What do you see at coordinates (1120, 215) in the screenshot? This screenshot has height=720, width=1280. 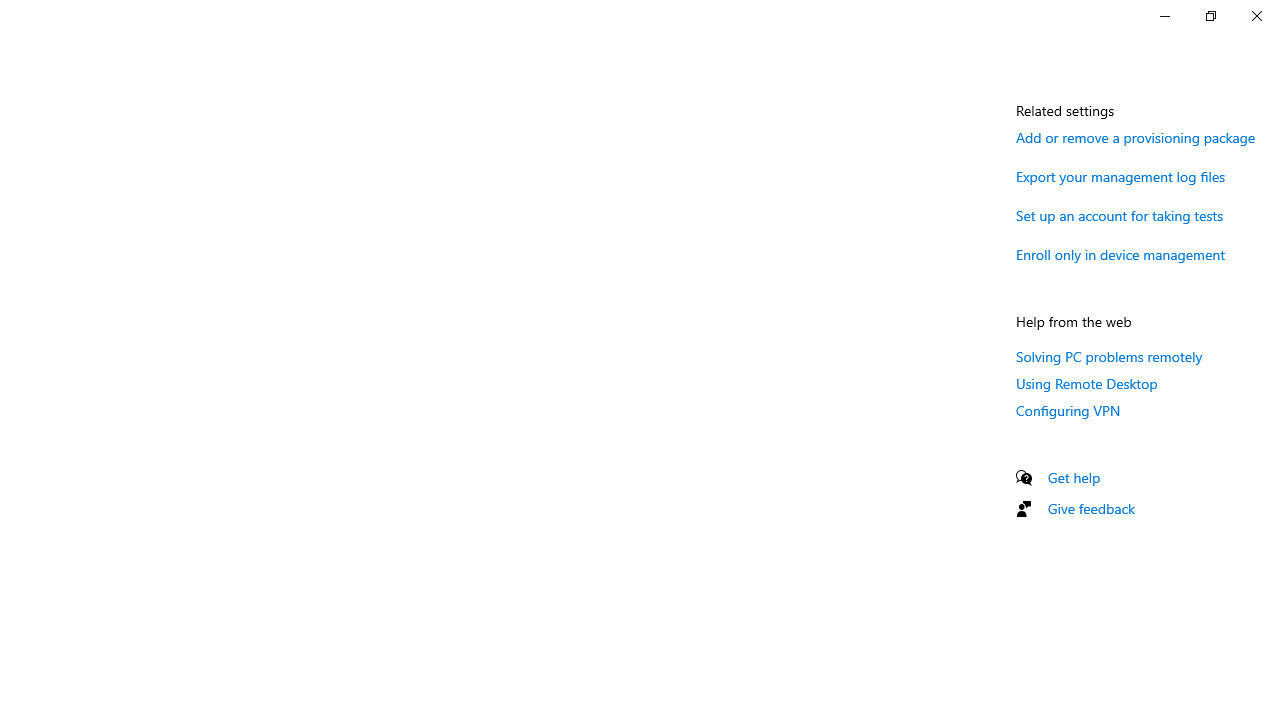 I see `'Set up an account for taking tests'` at bounding box center [1120, 215].